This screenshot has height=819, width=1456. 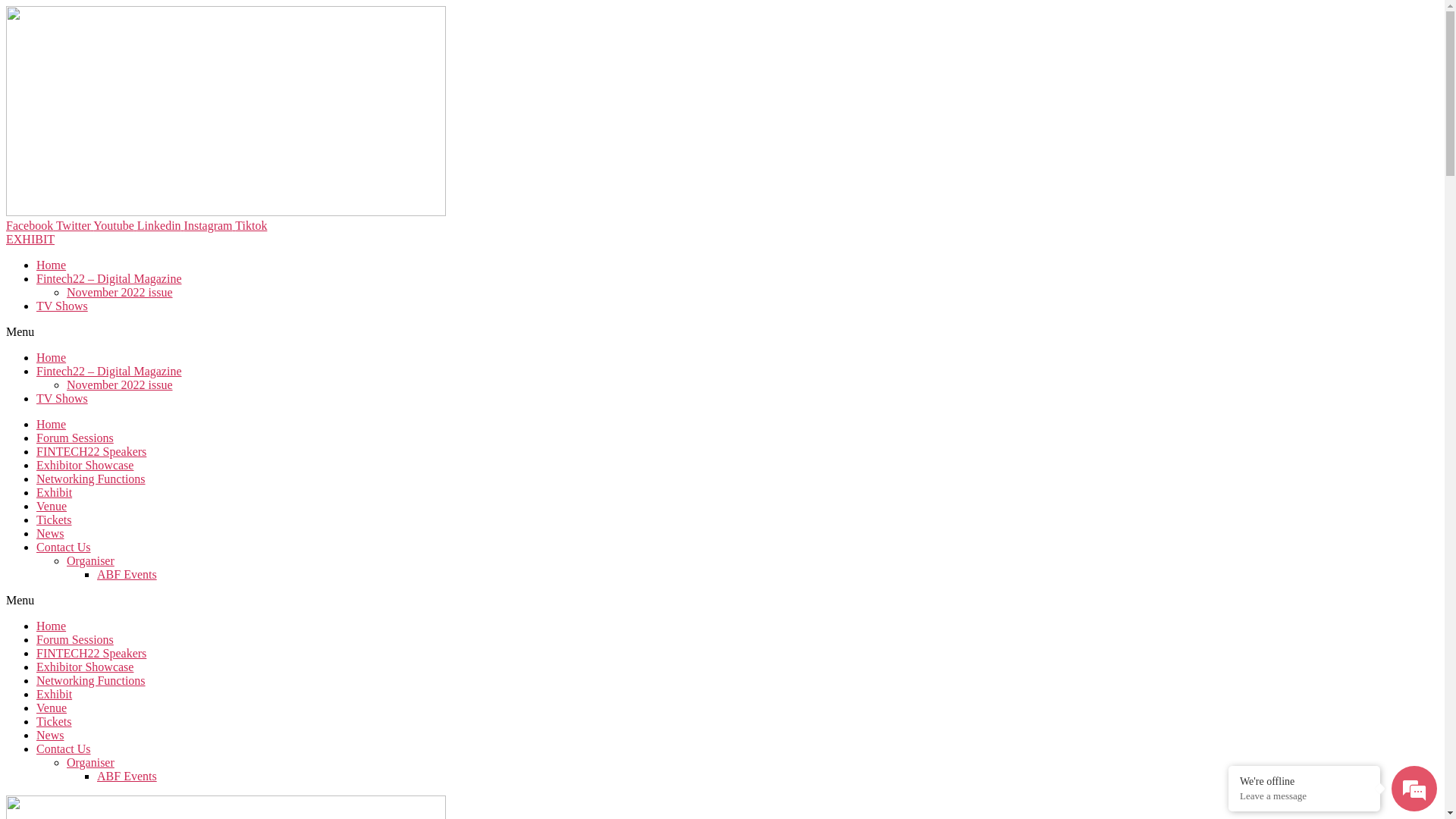 I want to click on 'November 2022 issue', so click(x=119, y=384).